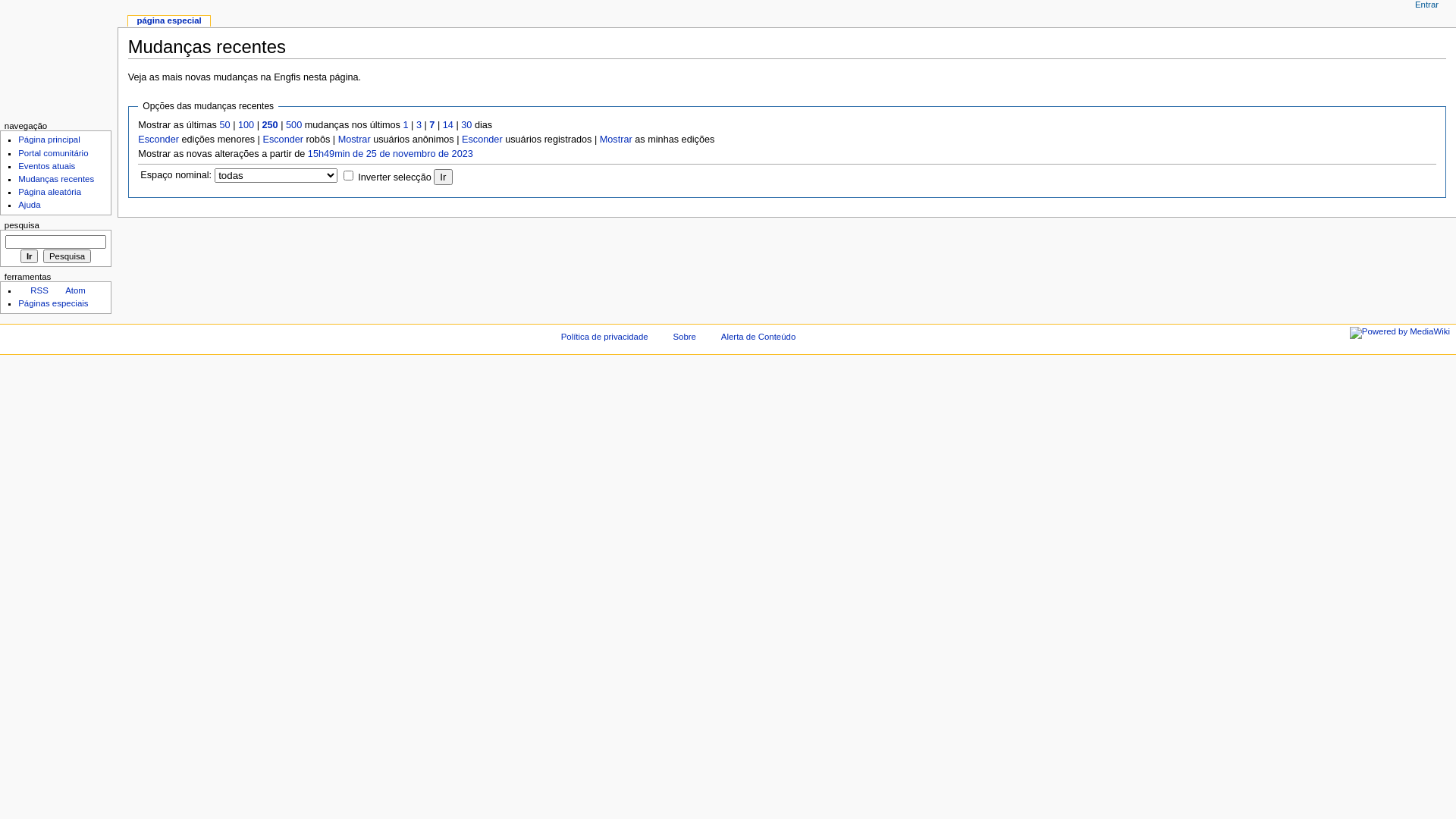 The width and height of the screenshot is (1456, 819). Describe the element at coordinates (158, 140) in the screenshot. I see `'Esconder'` at that location.